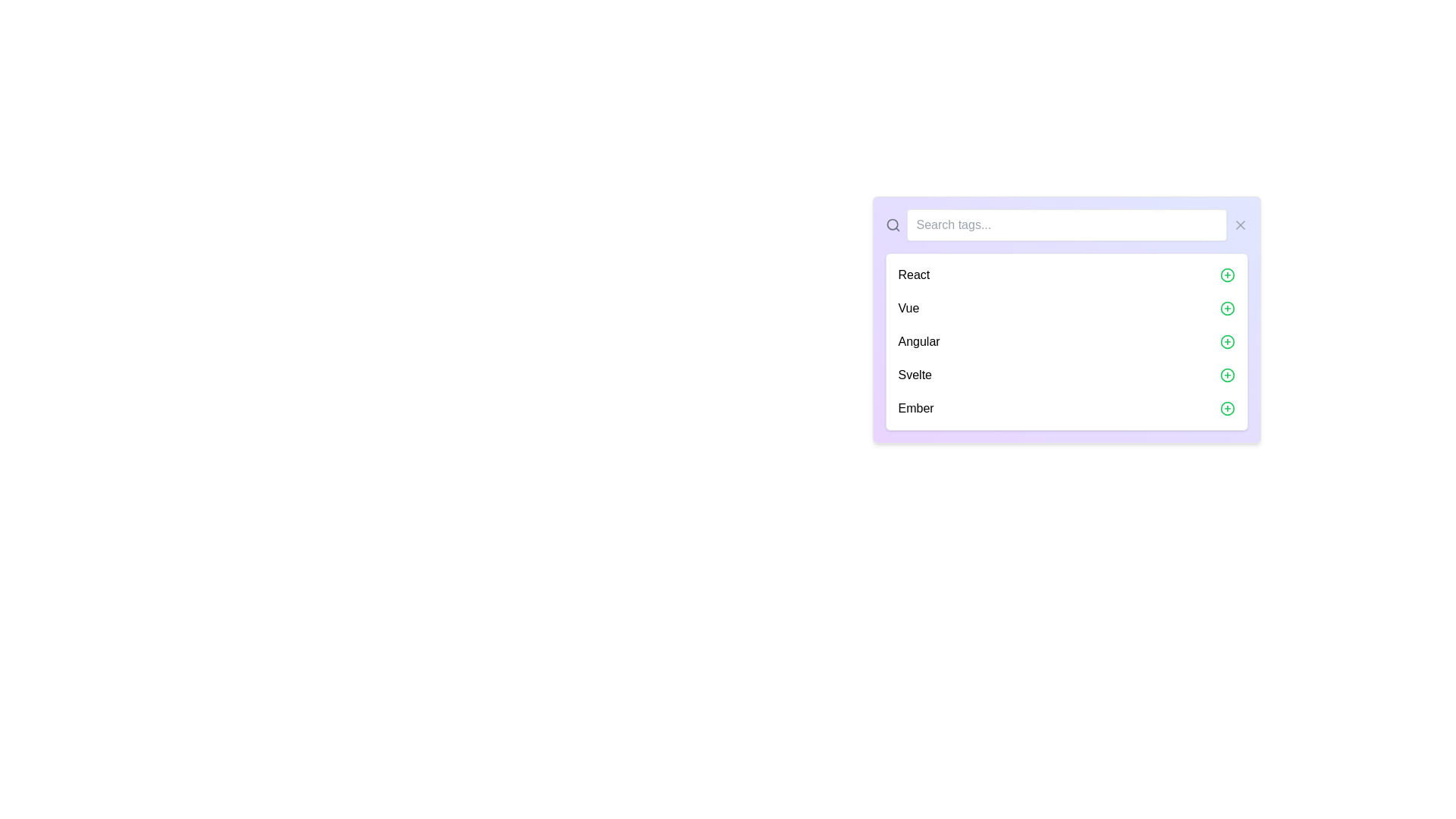  Describe the element at coordinates (915, 408) in the screenshot. I see `the 'Ember' text label, which is the fifth item in the vertical list of tags located under the 'Svelte' item` at that location.